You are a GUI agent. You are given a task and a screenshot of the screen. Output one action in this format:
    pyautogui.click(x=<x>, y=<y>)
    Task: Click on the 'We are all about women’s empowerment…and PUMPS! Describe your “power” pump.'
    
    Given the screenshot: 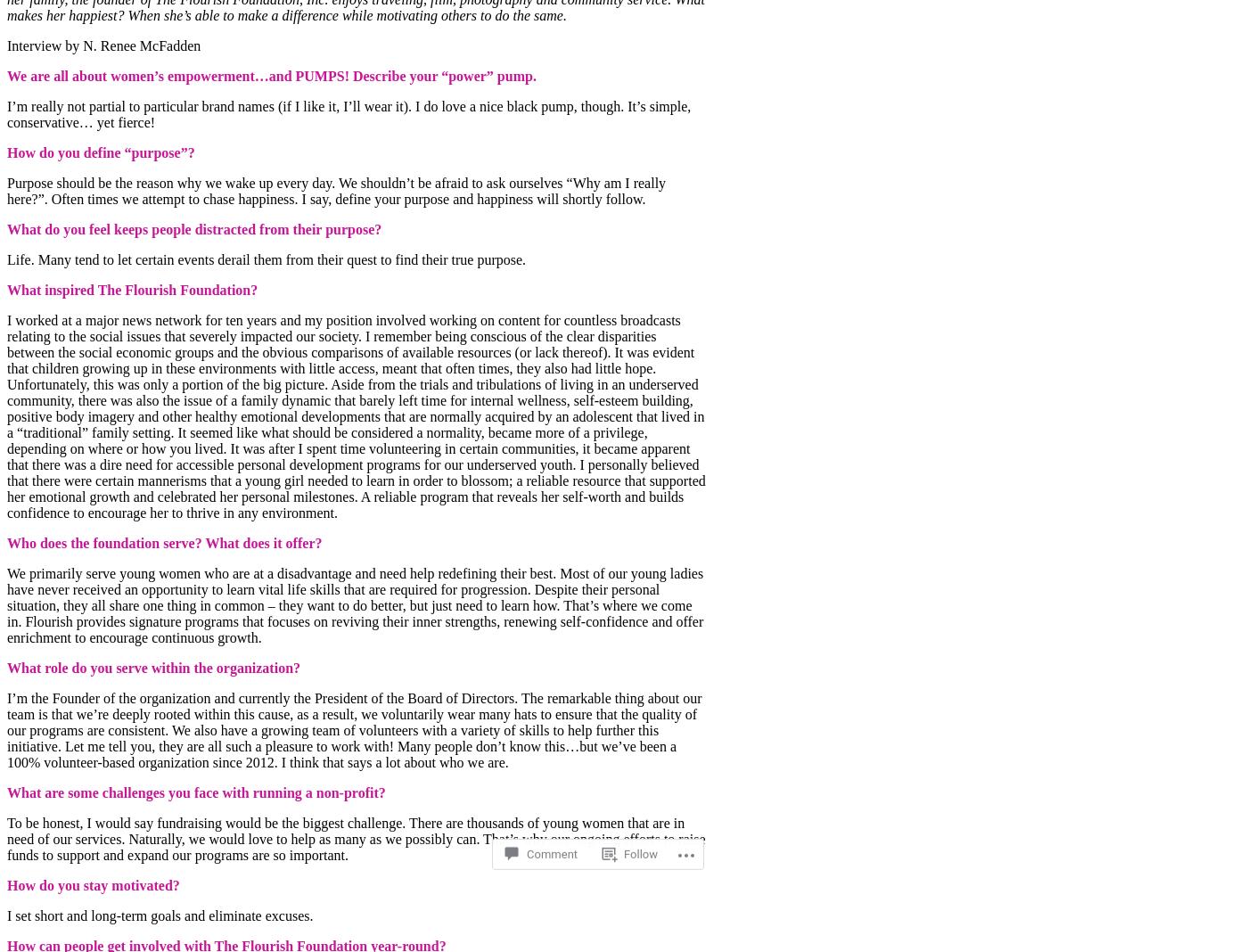 What is the action you would take?
    pyautogui.click(x=271, y=74)
    